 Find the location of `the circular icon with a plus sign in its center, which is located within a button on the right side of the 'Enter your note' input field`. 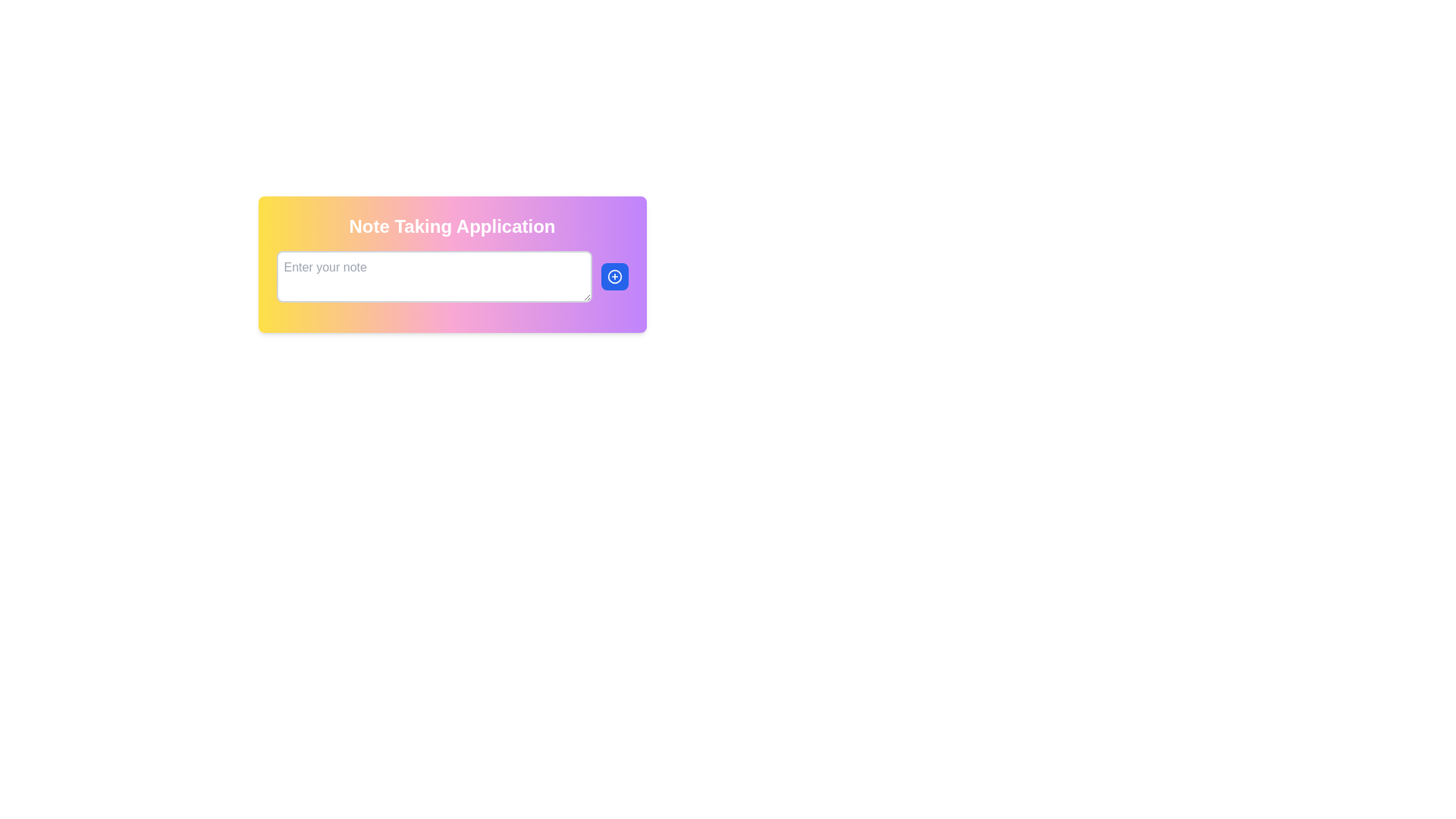

the circular icon with a plus sign in its center, which is located within a button on the right side of the 'Enter your note' input field is located at coordinates (614, 277).